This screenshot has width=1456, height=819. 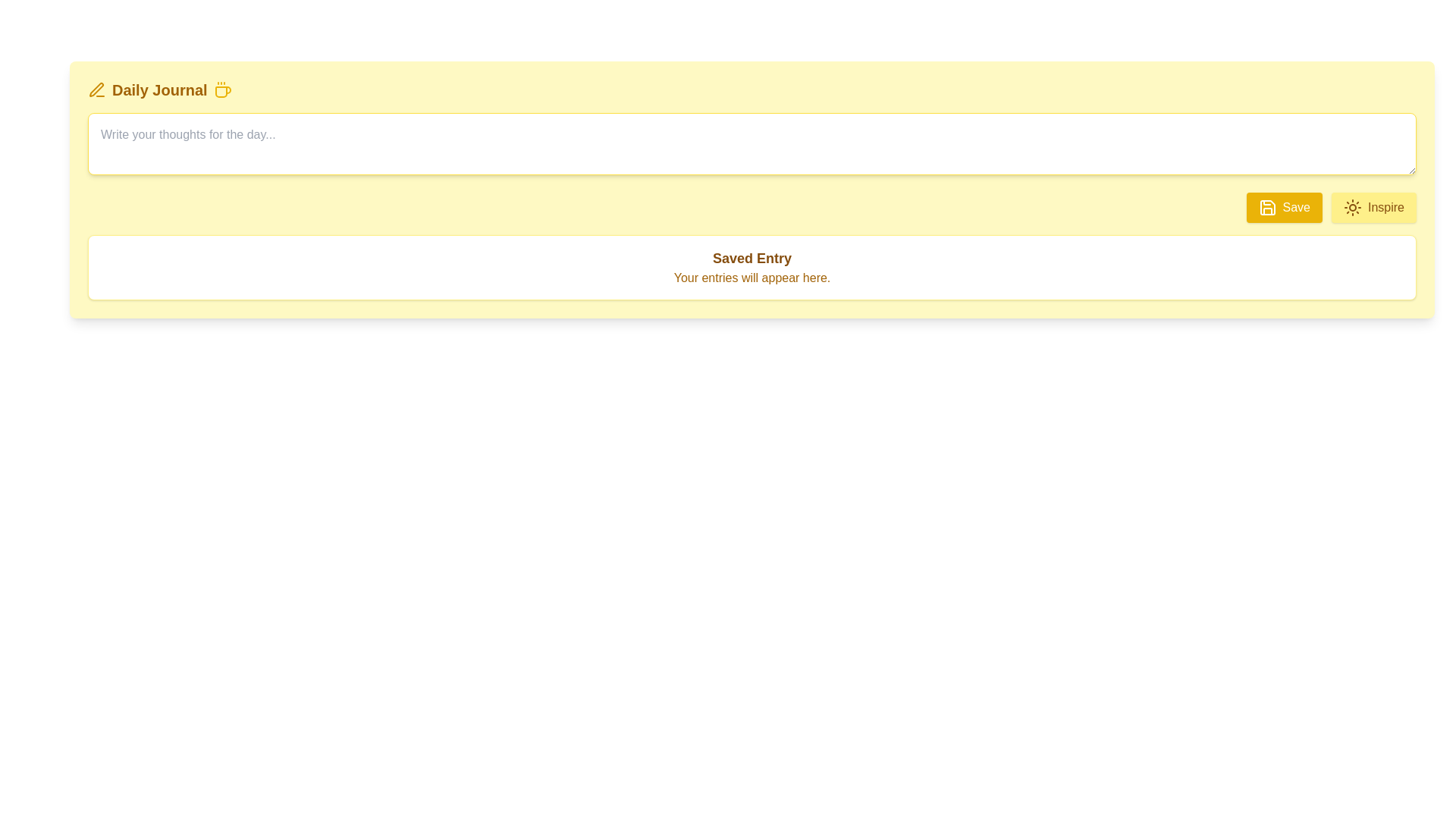 What do you see at coordinates (1373, 207) in the screenshot?
I see `the button labeled 'Inspire' with a yellow background and sun icon` at bounding box center [1373, 207].